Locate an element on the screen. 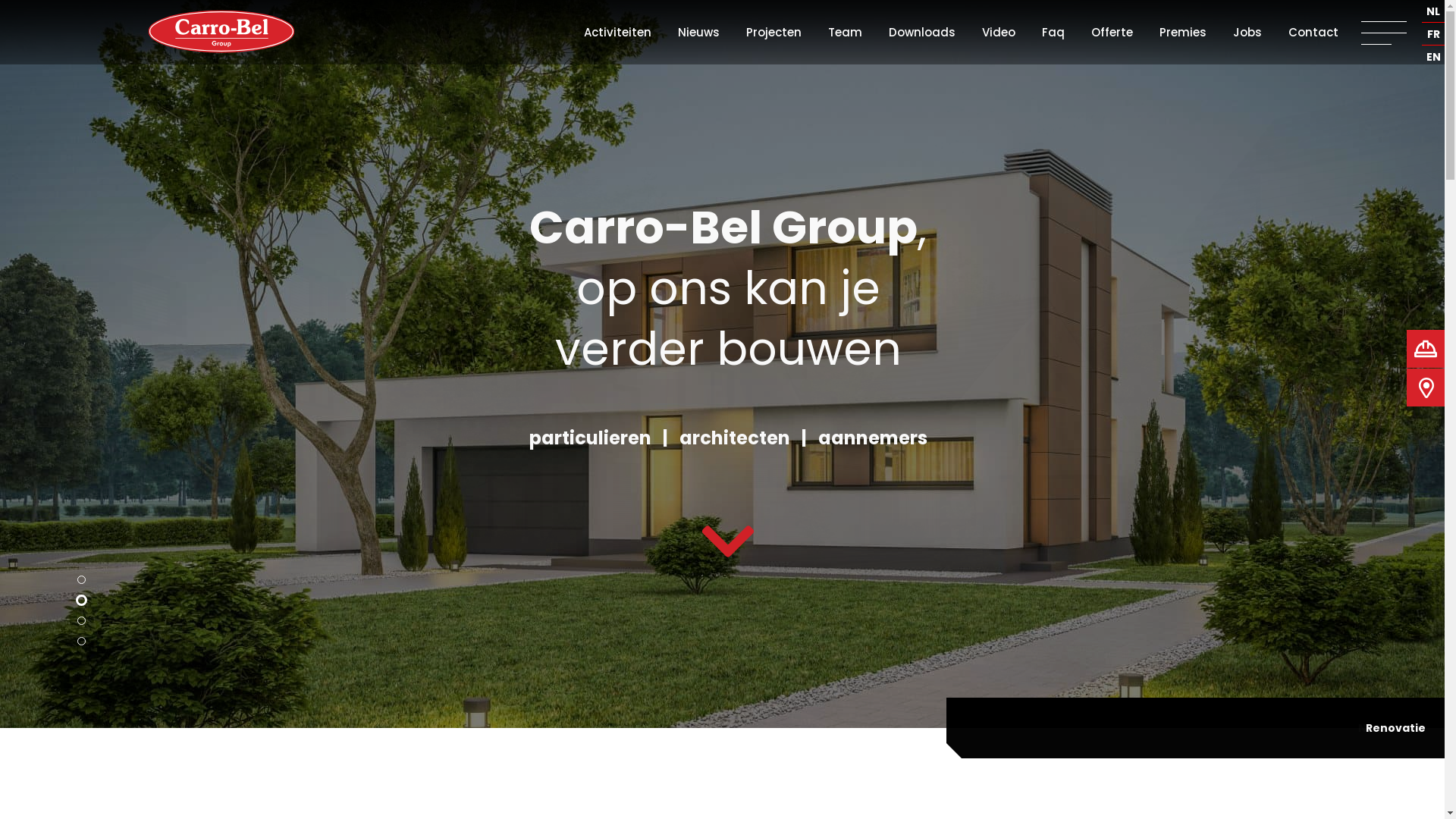 This screenshot has height=819, width=1456. 'Projecten' is located at coordinates (773, 32).